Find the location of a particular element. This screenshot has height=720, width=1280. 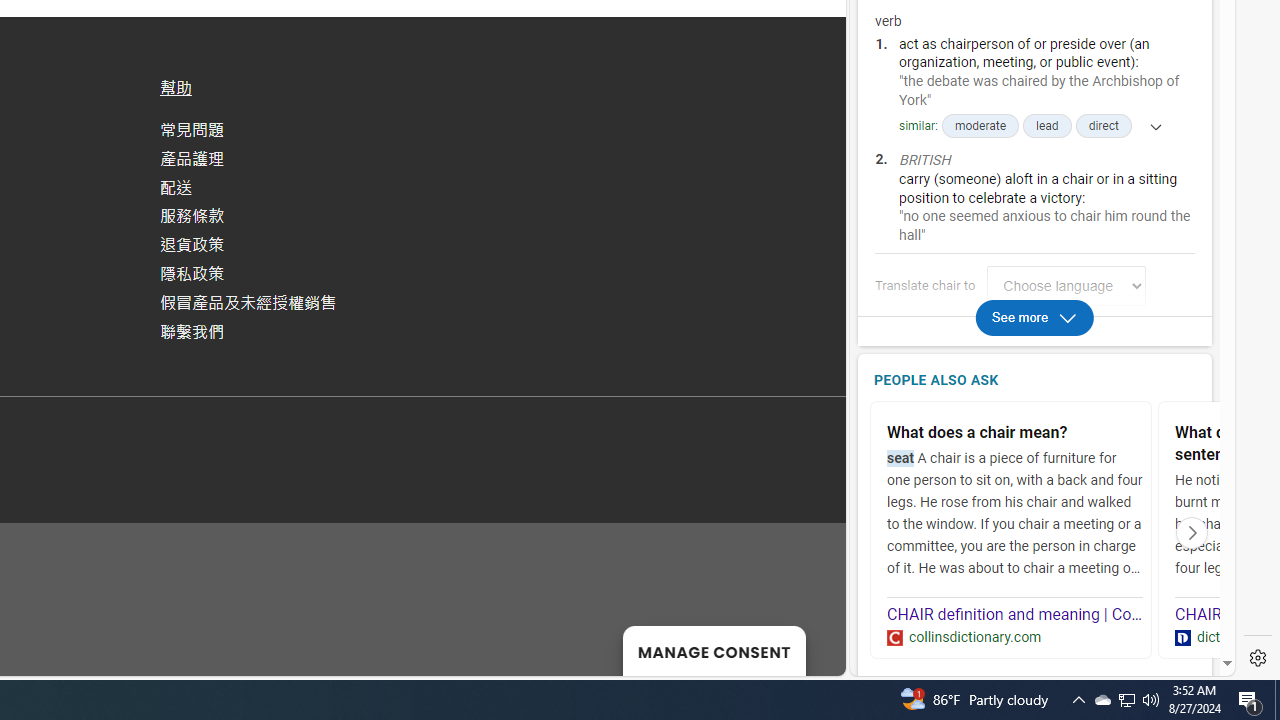

'Translate chair to Choose language' is located at coordinates (1065, 286).